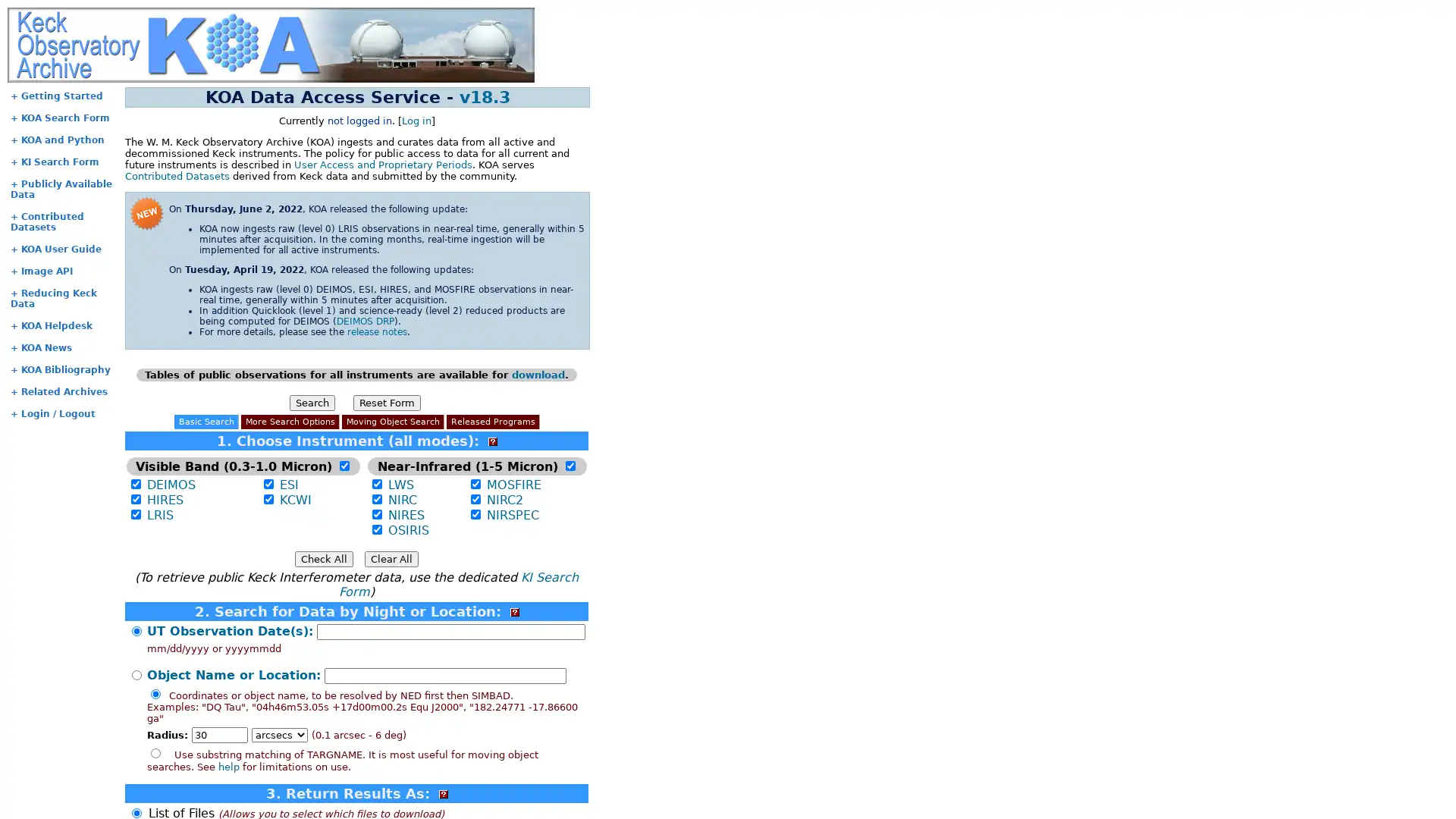  What do you see at coordinates (311, 402) in the screenshot?
I see `Search` at bounding box center [311, 402].